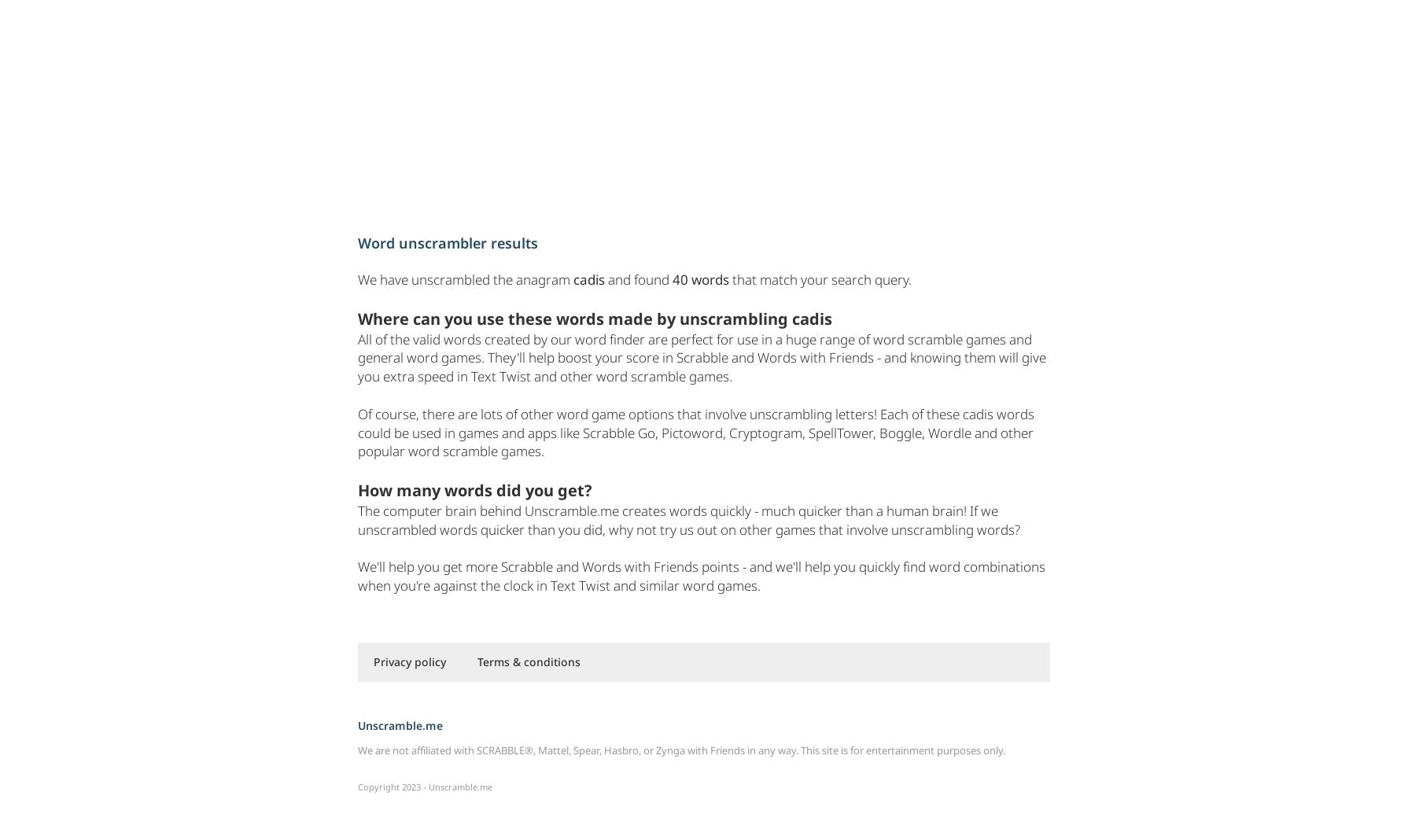 This screenshot has height=840, width=1408. What do you see at coordinates (588, 278) in the screenshot?
I see `'cadis'` at bounding box center [588, 278].